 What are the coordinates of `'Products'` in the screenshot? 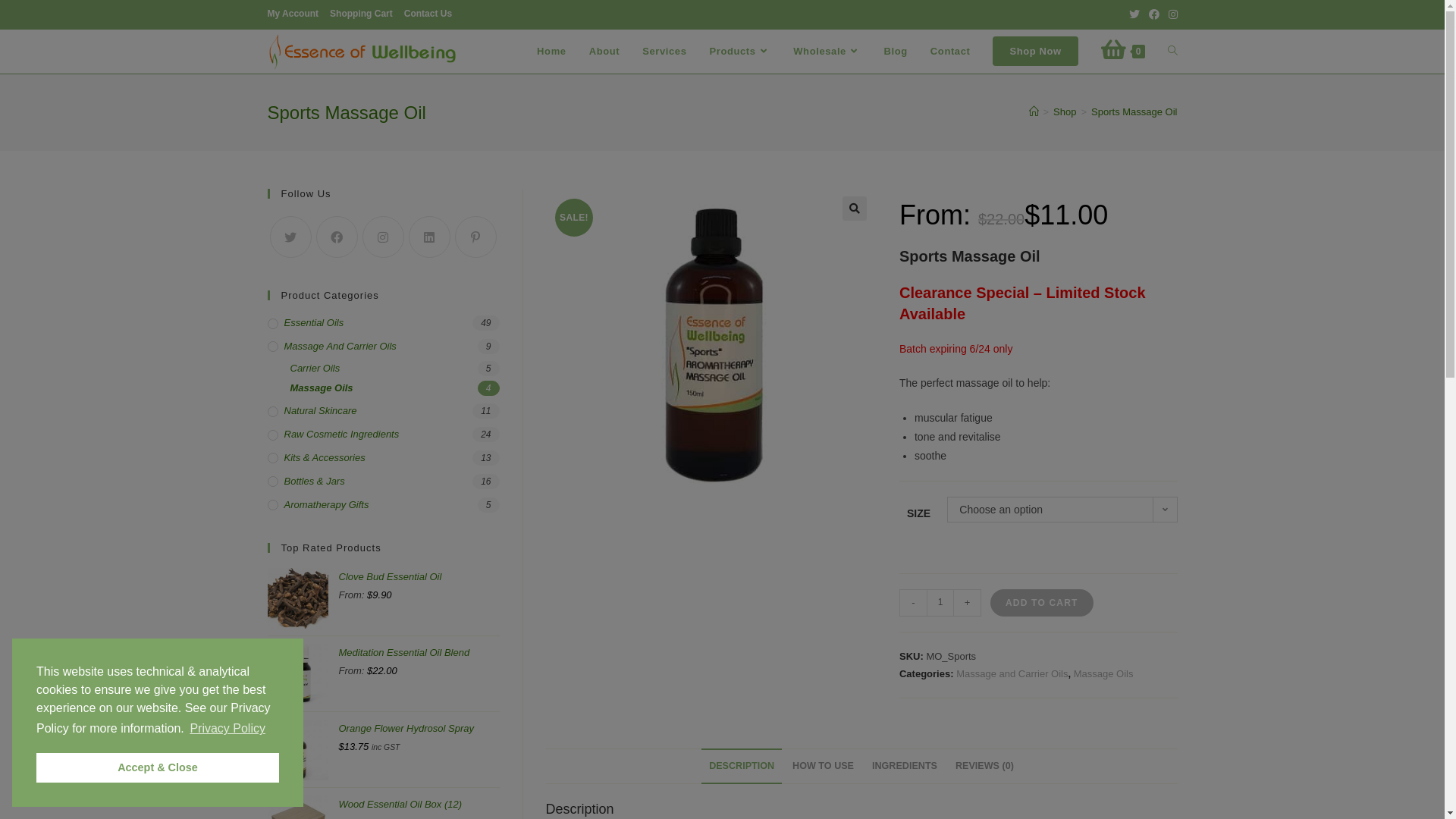 It's located at (739, 51).